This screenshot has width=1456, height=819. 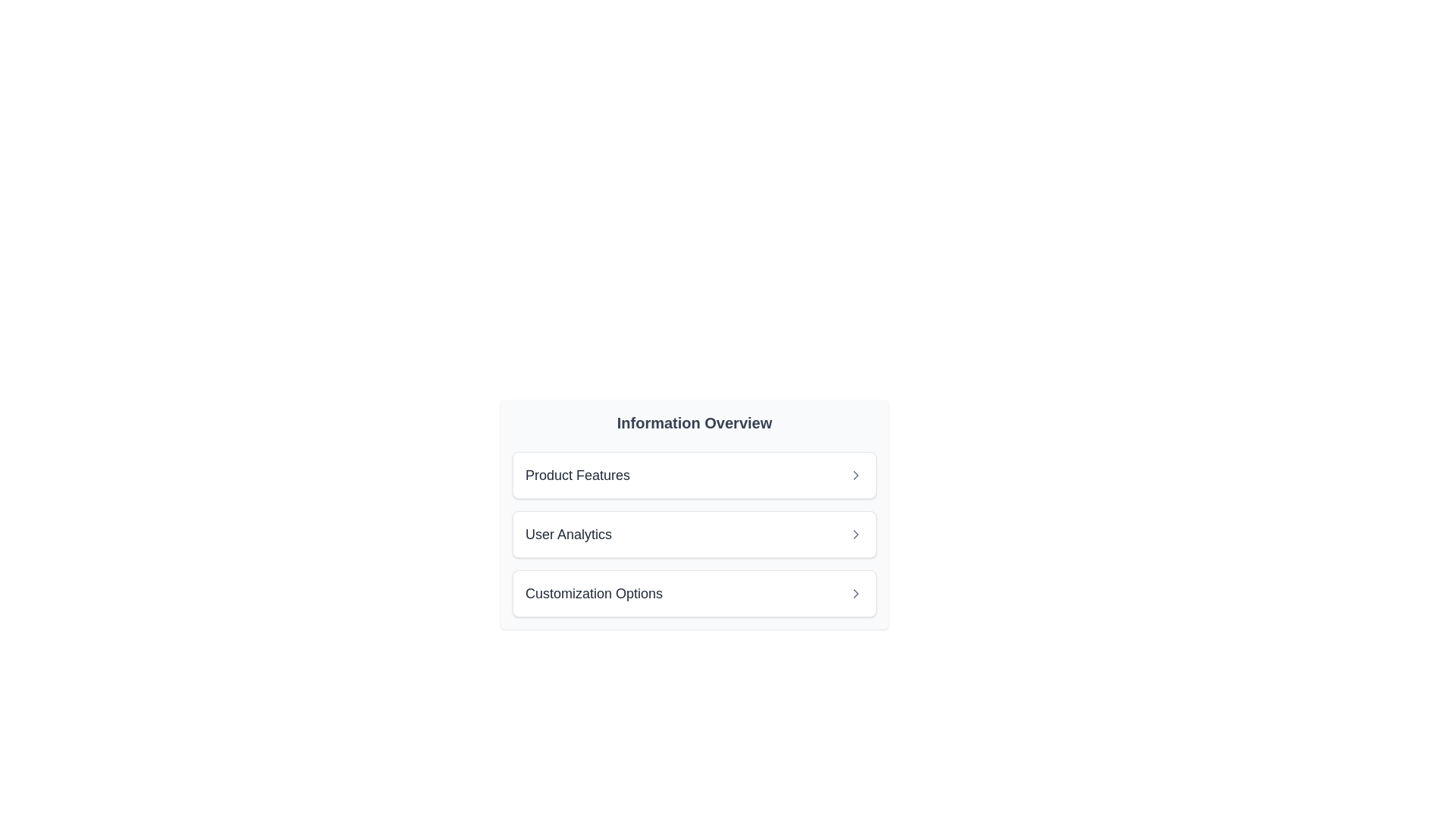 I want to click on the 'User Analytics' navigation link/button located, so click(x=694, y=534).